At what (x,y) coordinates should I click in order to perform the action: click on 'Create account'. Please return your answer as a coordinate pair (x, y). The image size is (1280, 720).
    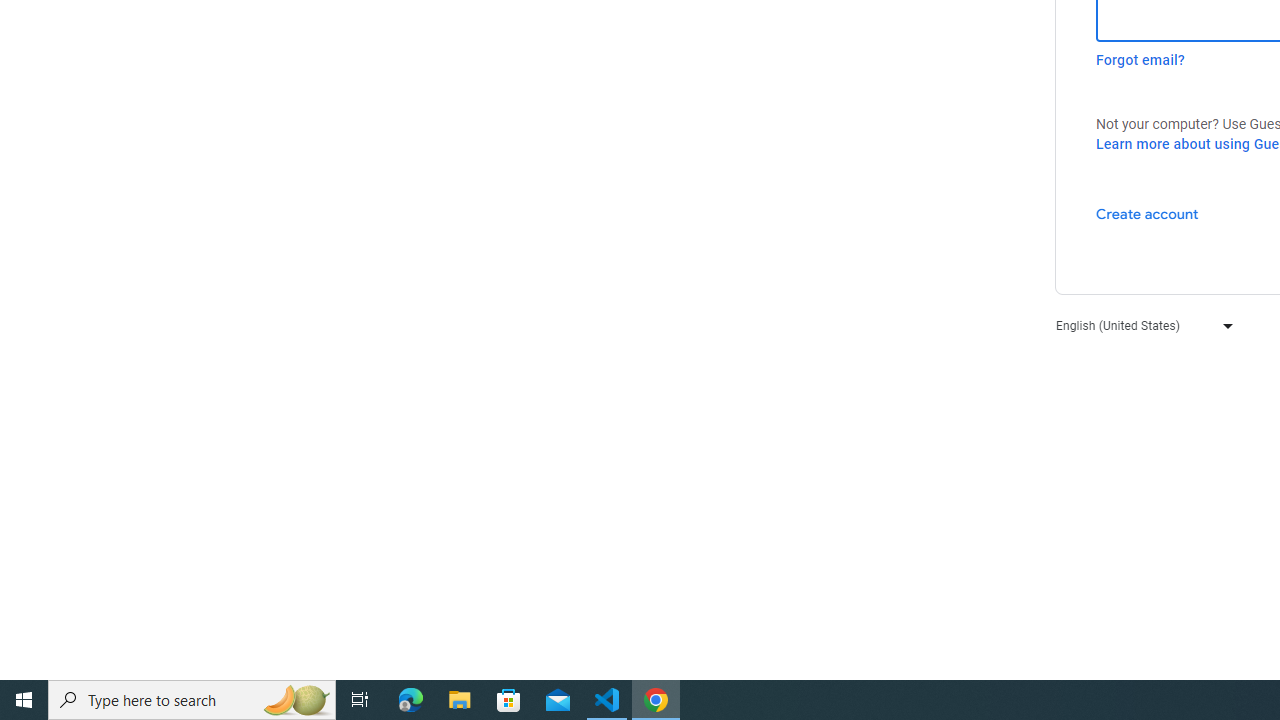
    Looking at the image, I should click on (1146, 213).